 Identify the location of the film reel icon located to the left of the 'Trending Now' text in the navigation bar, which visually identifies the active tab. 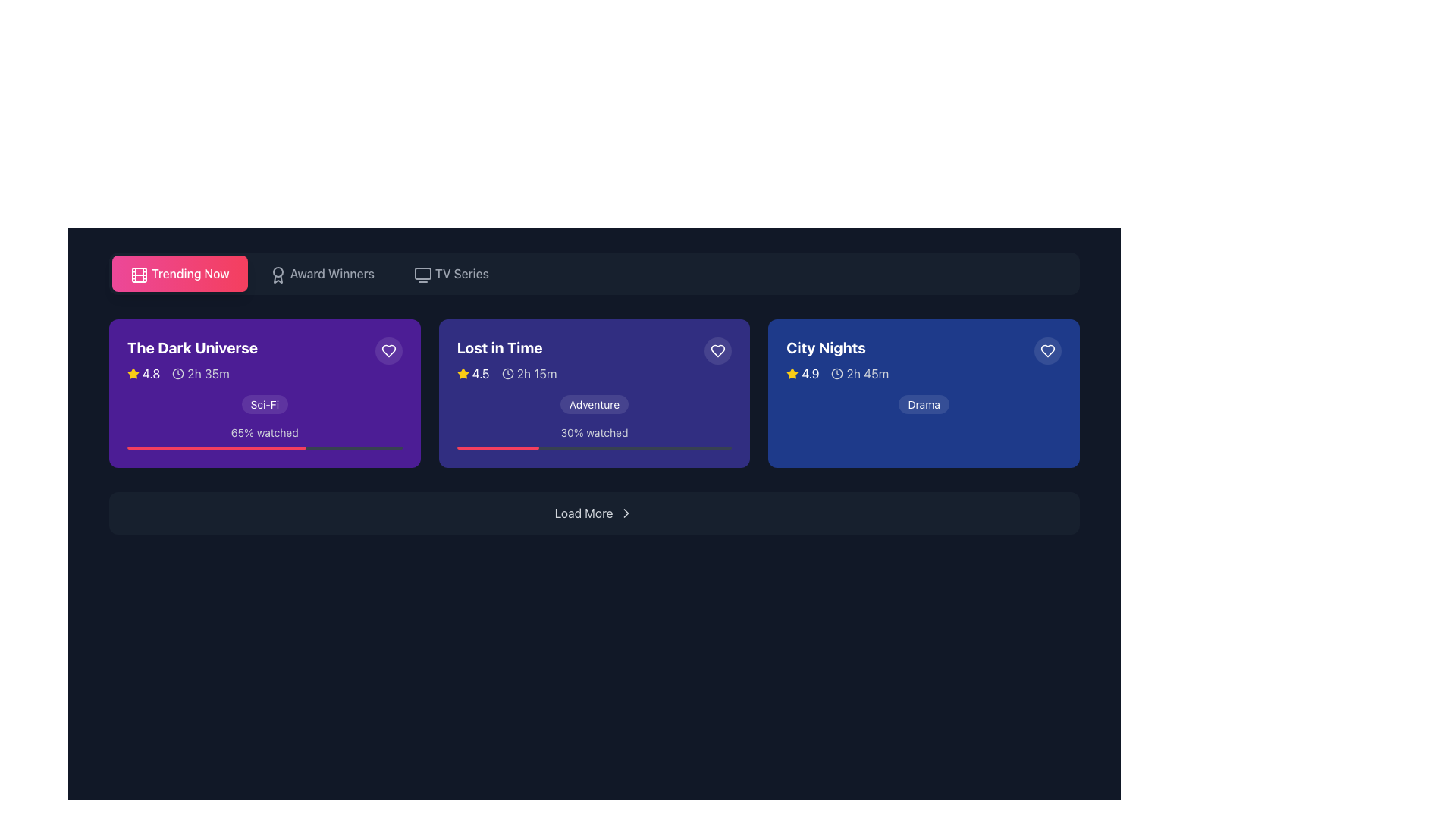
(139, 275).